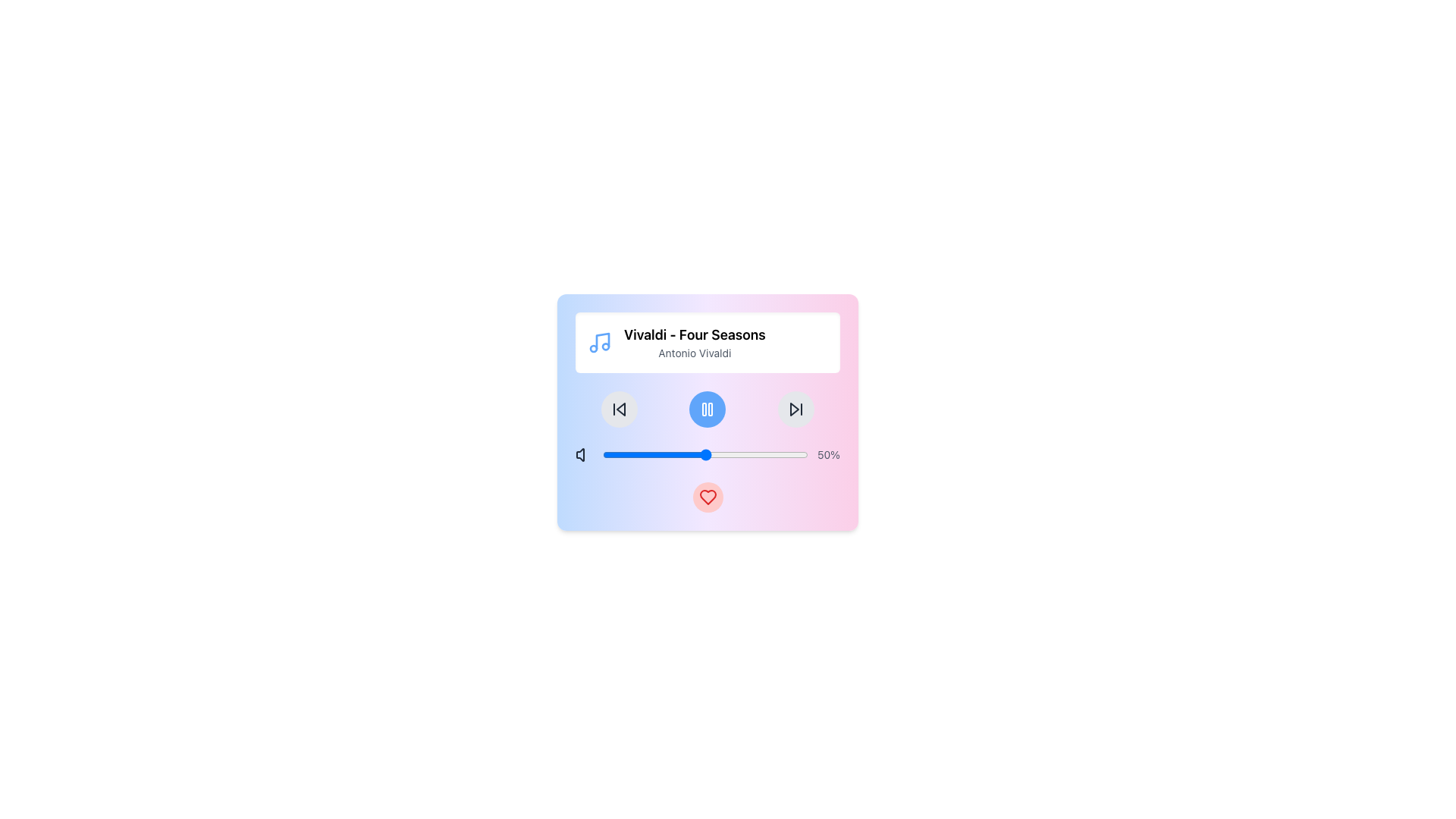 The height and width of the screenshot is (819, 1456). I want to click on the rightmost button in the music control panel to skip to the next track, so click(795, 409).